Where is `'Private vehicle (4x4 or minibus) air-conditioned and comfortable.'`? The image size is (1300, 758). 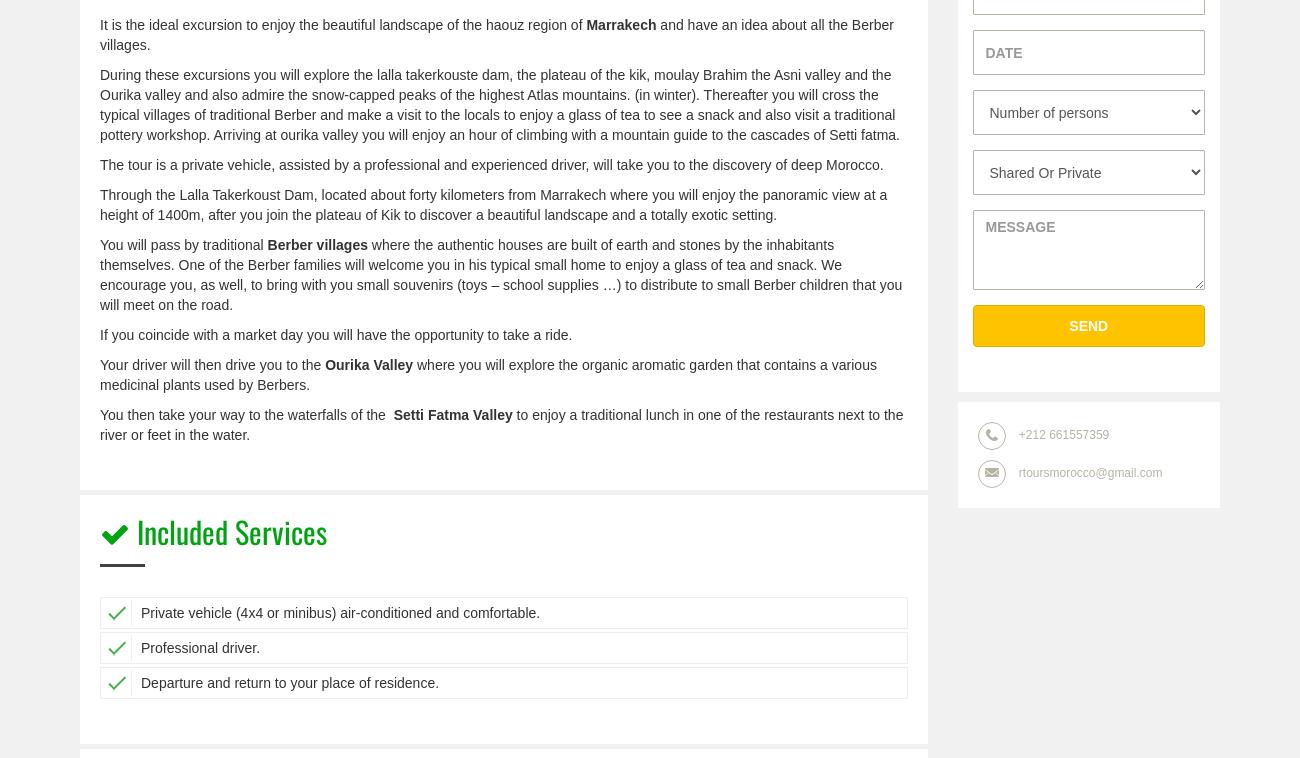 'Private vehicle (4x4 or minibus) air-conditioned and comfortable.' is located at coordinates (339, 612).